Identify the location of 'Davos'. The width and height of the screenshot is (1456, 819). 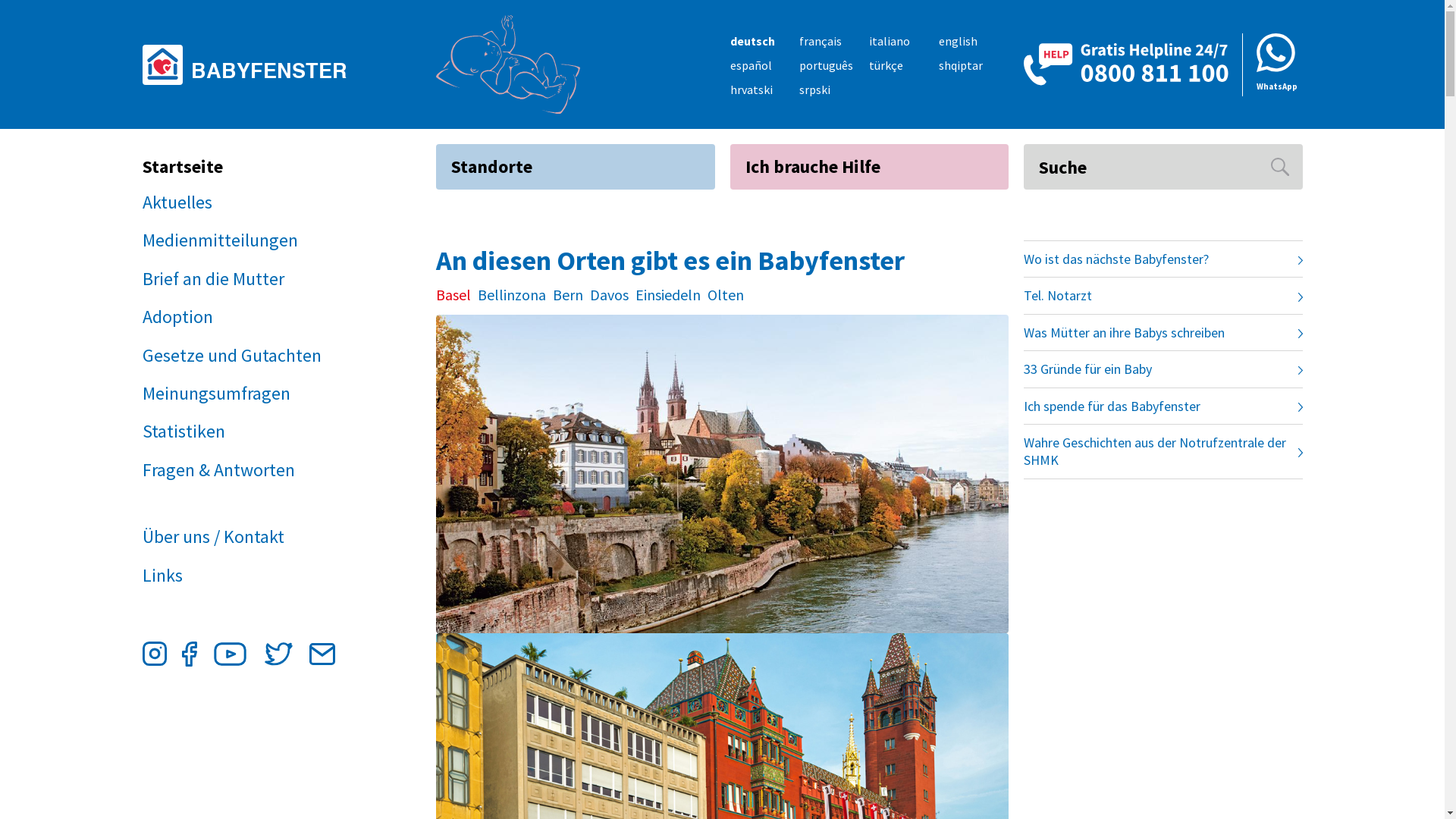
(609, 295).